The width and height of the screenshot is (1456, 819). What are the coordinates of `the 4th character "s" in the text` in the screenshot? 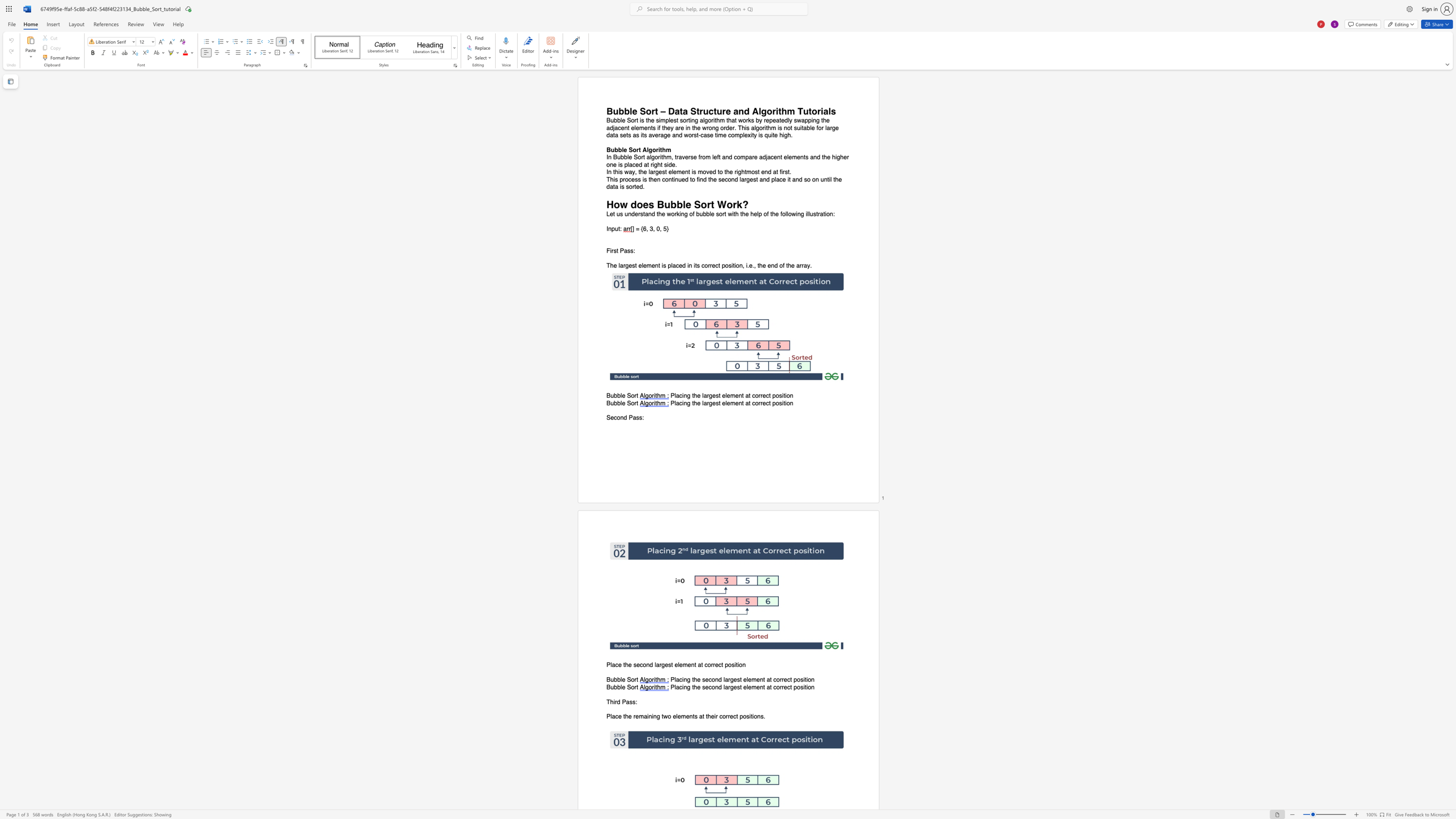 It's located at (645, 179).